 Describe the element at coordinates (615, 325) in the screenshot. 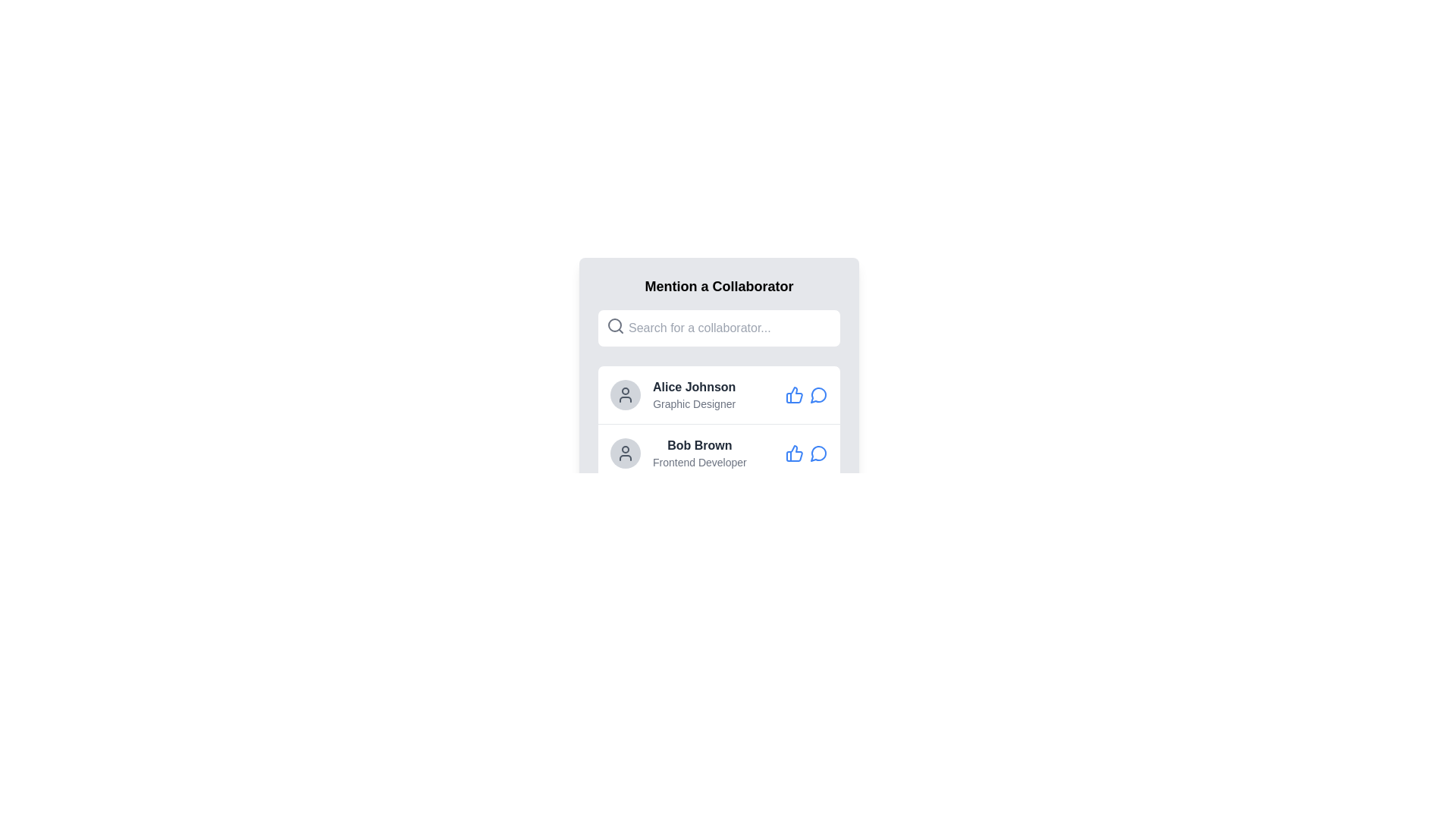

I see `the gray magnifying glass icon located in the top-left corner of the text input field for 'Mention a Collaborator'` at that location.